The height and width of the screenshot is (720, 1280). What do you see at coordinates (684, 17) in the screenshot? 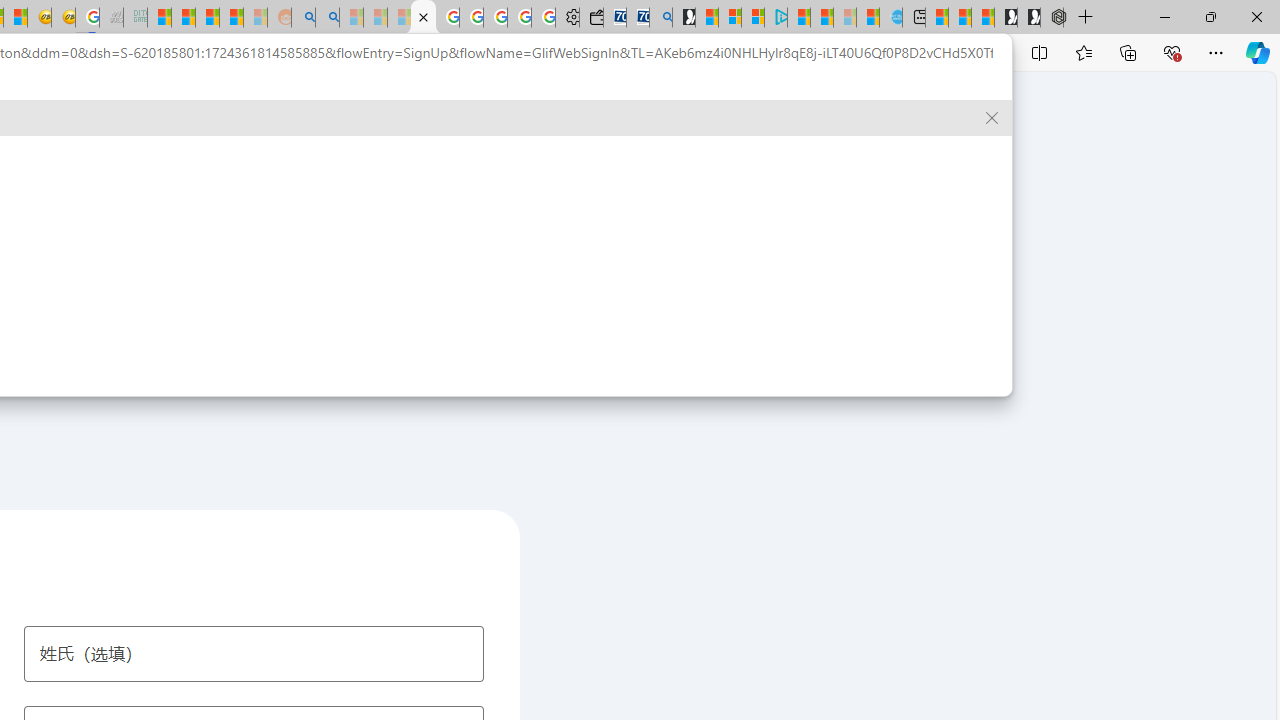
I see `'Microsoft Start Gaming'` at bounding box center [684, 17].